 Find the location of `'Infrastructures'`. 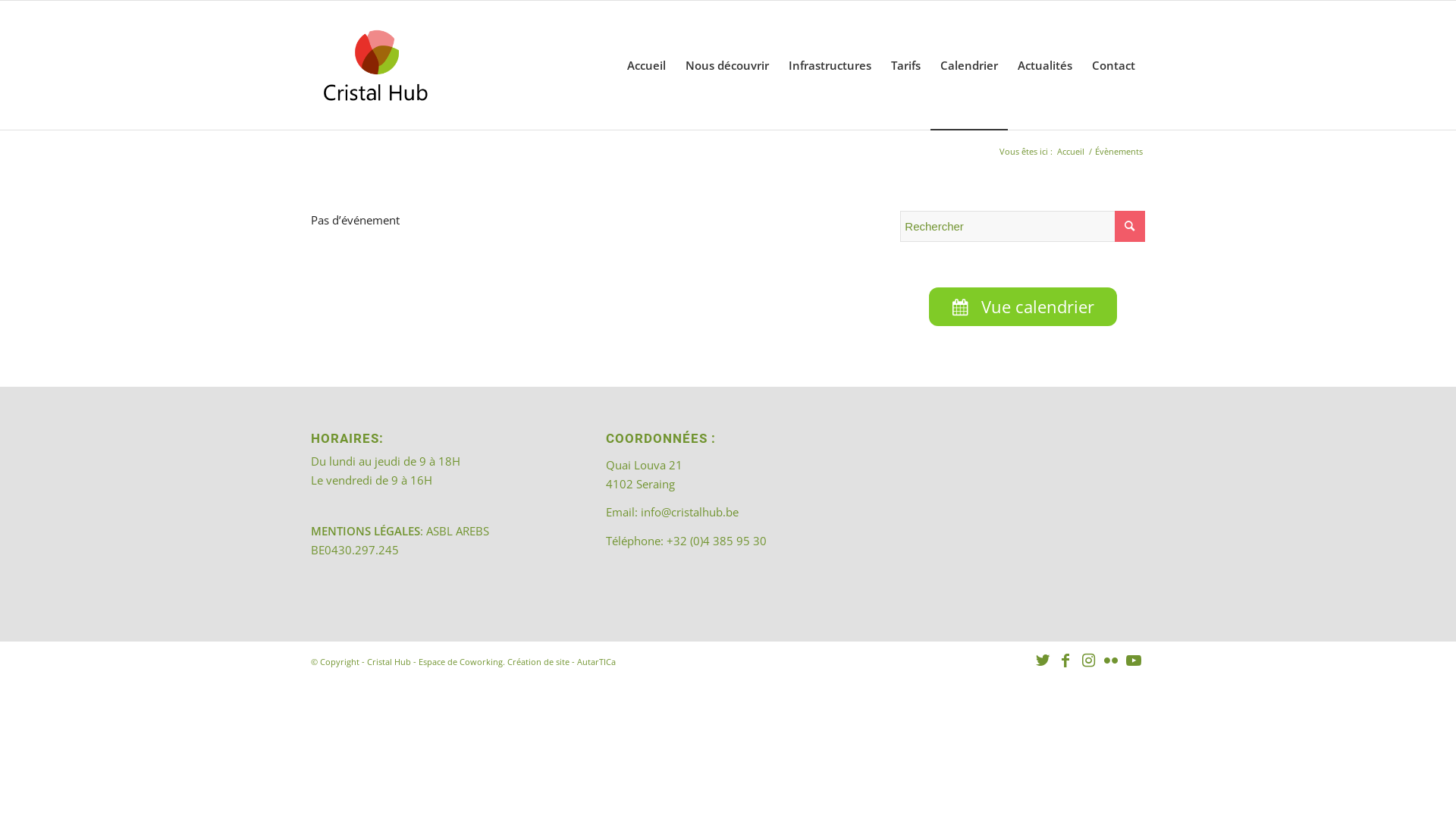

'Infrastructures' is located at coordinates (829, 64).